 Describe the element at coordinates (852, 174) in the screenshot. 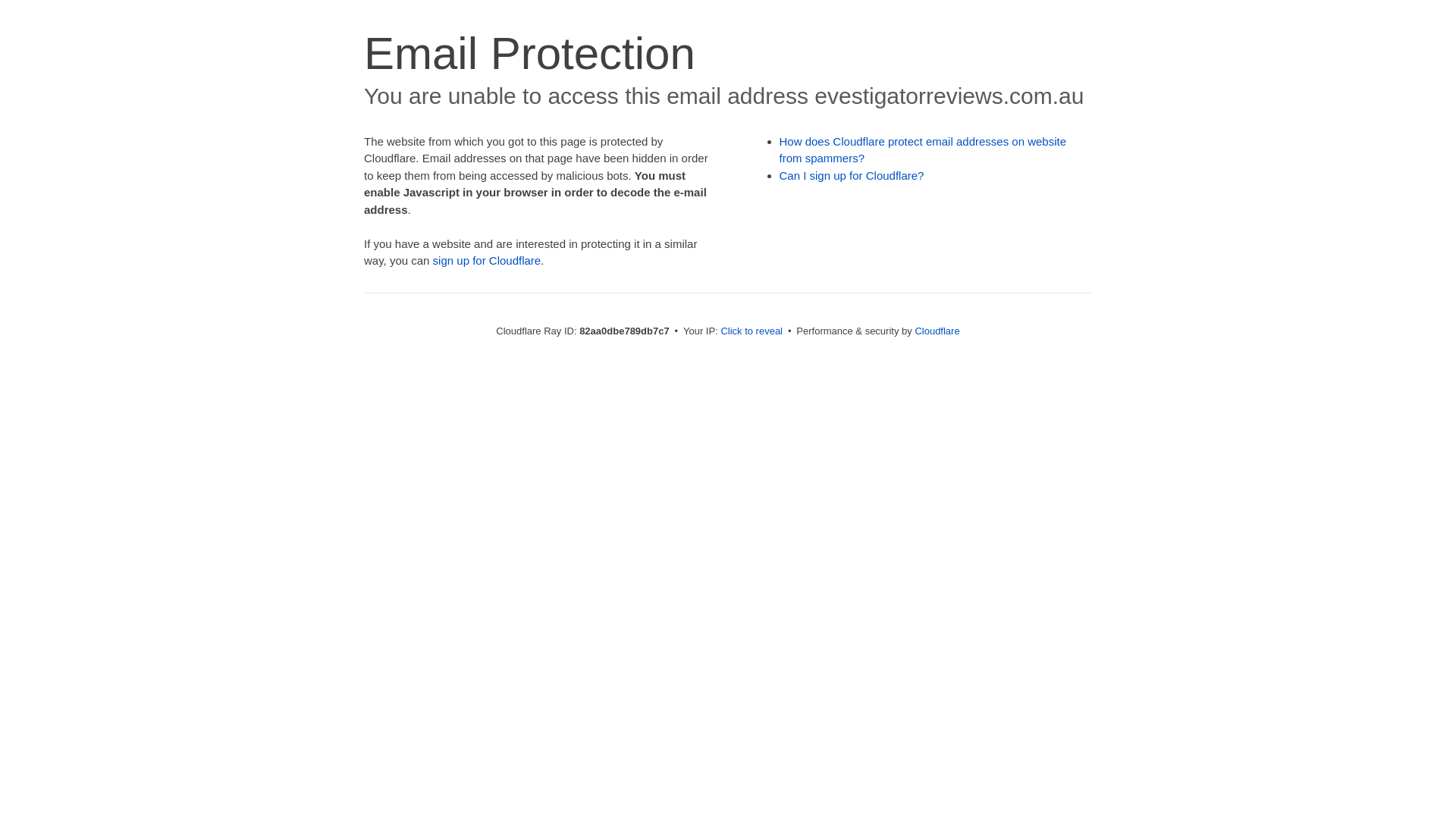

I see `'Can I sign up for Cloudflare?'` at that location.